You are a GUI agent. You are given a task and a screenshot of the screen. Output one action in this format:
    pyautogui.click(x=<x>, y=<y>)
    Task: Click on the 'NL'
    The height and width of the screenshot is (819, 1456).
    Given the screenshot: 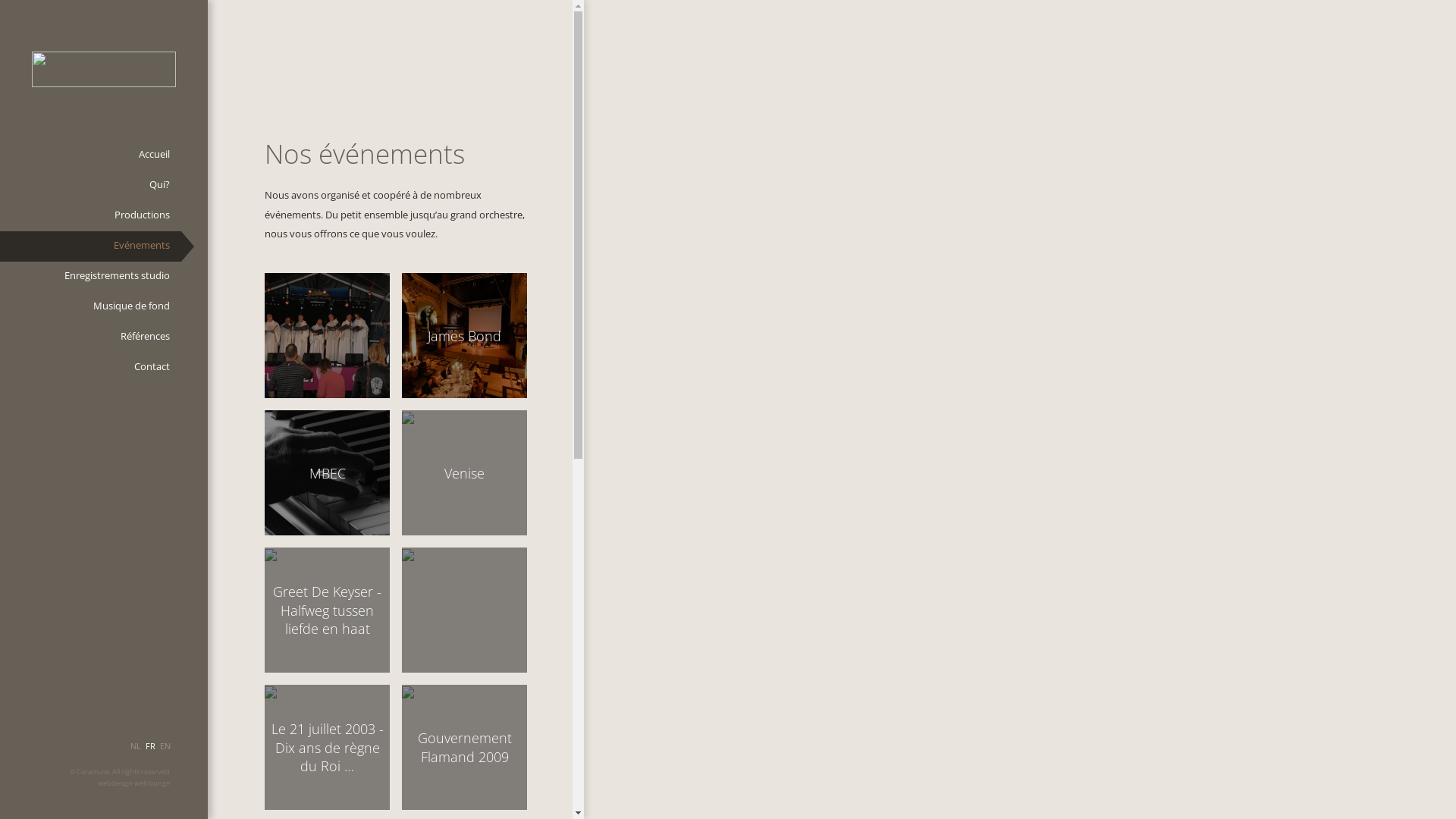 What is the action you would take?
    pyautogui.click(x=135, y=752)
    